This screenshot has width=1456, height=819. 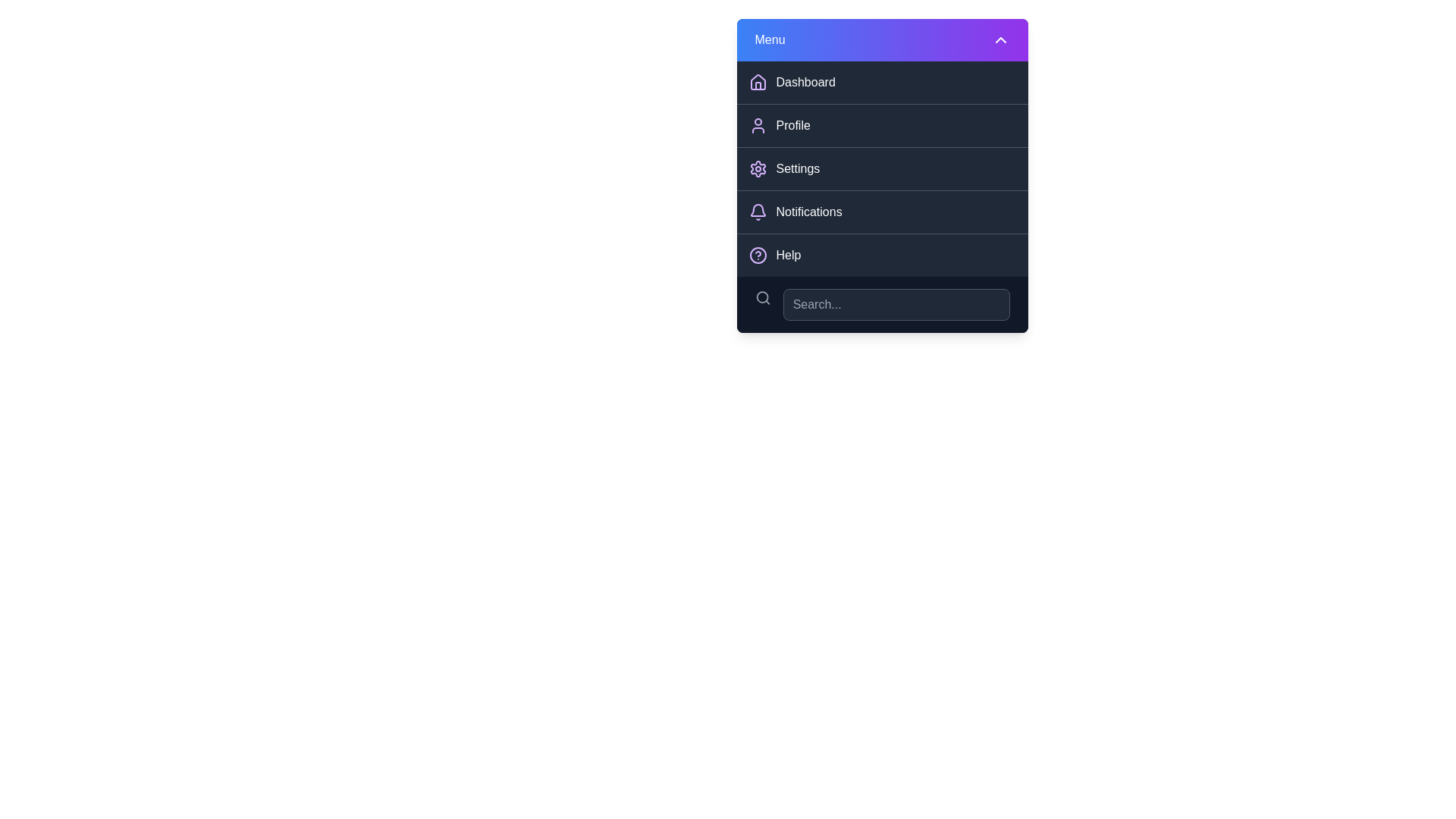 What do you see at coordinates (882, 124) in the screenshot?
I see `the 'Profile' button in the side panel` at bounding box center [882, 124].